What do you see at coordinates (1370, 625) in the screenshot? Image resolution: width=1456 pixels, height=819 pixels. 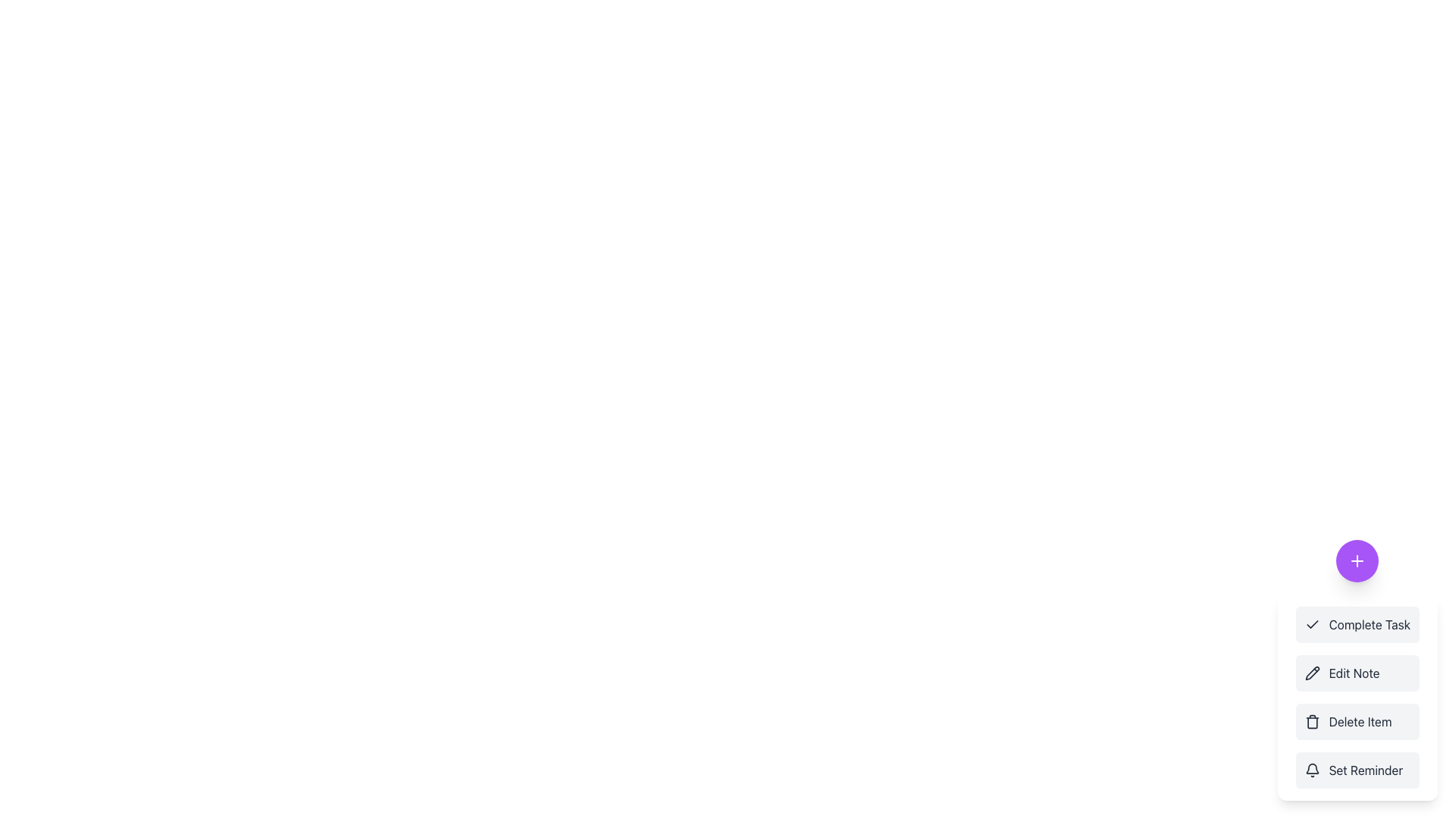 I see `the 'Complete Task' option label, which is the first item in the vertical options menu located at the bottom-right corner of the interface` at bounding box center [1370, 625].